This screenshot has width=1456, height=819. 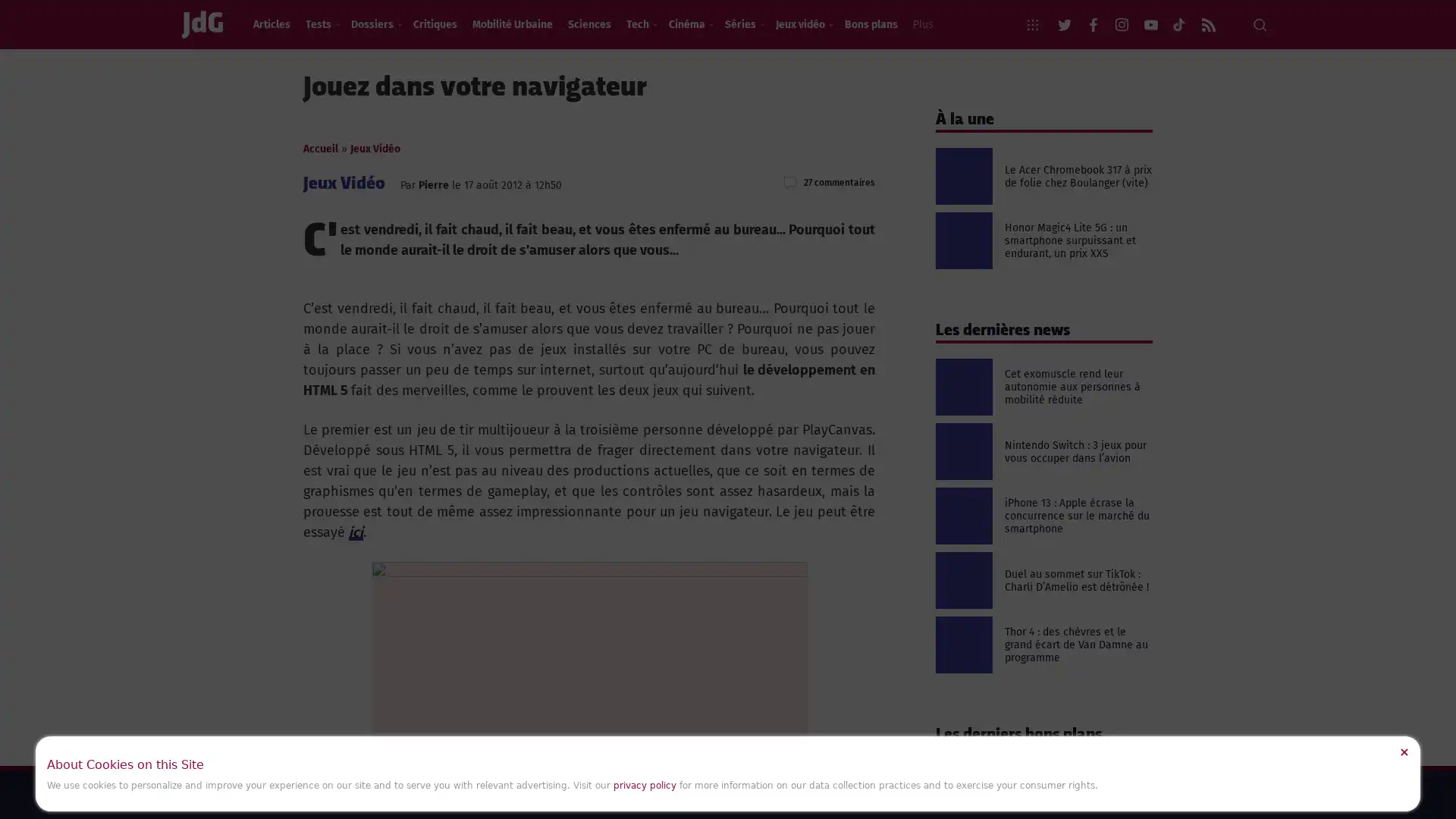 What do you see at coordinates (1063, 24) in the screenshot?
I see `twitter` at bounding box center [1063, 24].